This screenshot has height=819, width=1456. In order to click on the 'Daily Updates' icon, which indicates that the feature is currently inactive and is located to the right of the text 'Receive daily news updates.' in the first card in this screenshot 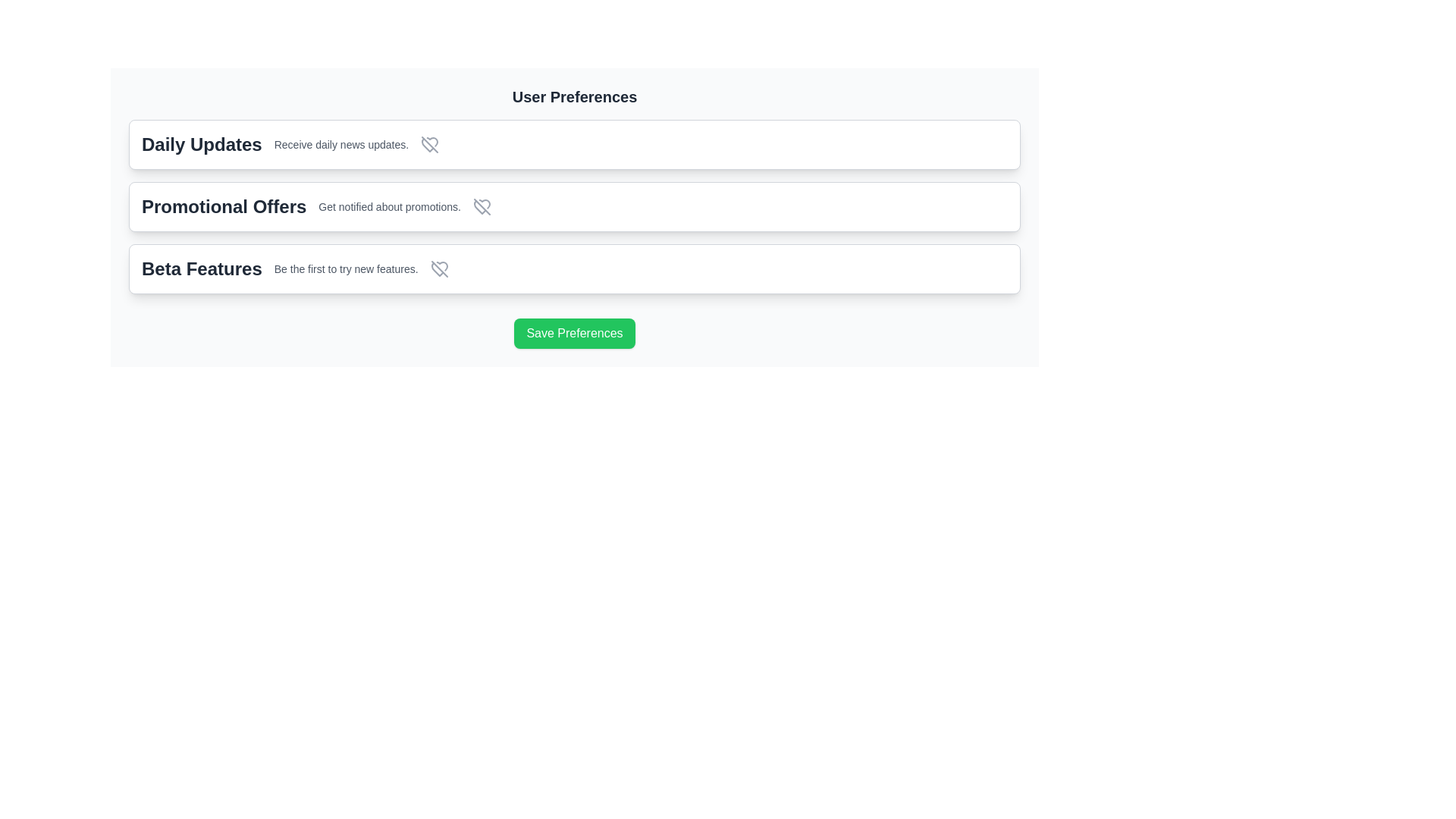, I will do `click(429, 145)`.